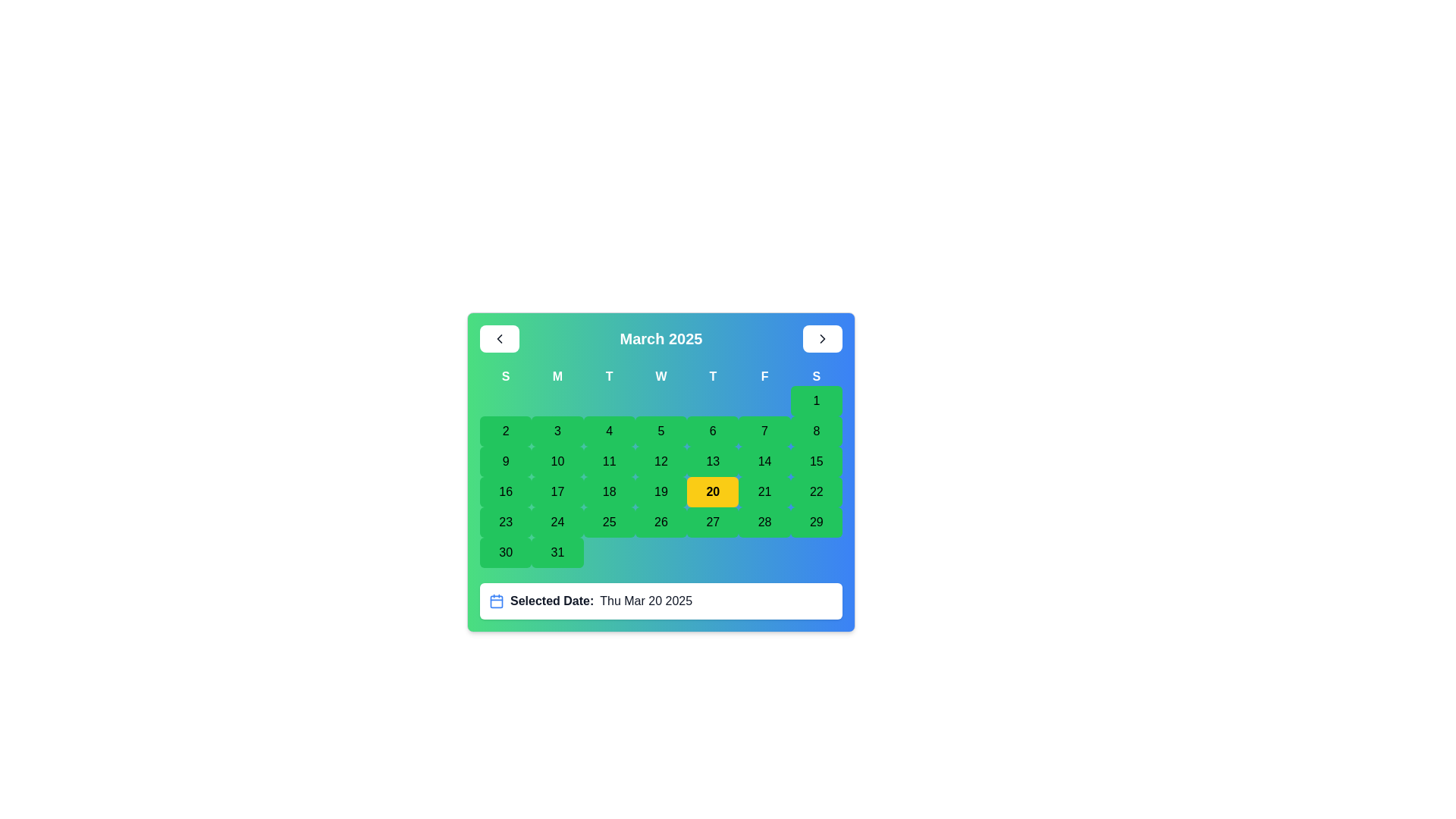 The width and height of the screenshot is (1456, 819). Describe the element at coordinates (661, 601) in the screenshot. I see `the 'Selected Date:' text label with icon, which displays the date 'Thu Mar 20 2025' and is located towards the bottom of the visible interface, under the calendar grid` at that location.